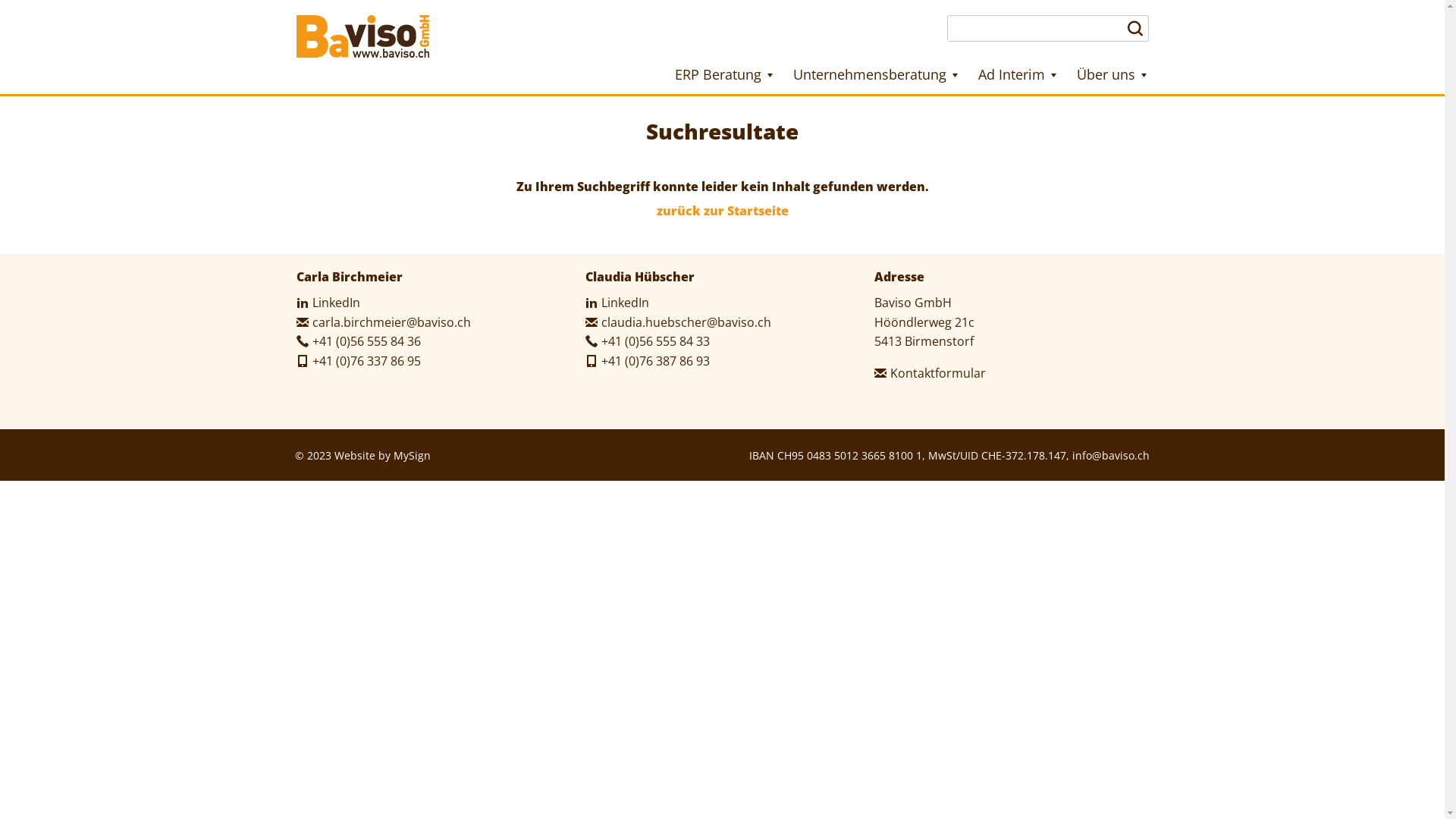 The width and height of the screenshot is (1456, 819). Describe the element at coordinates (877, 74) in the screenshot. I see `'Unternehmensberatung'` at that location.